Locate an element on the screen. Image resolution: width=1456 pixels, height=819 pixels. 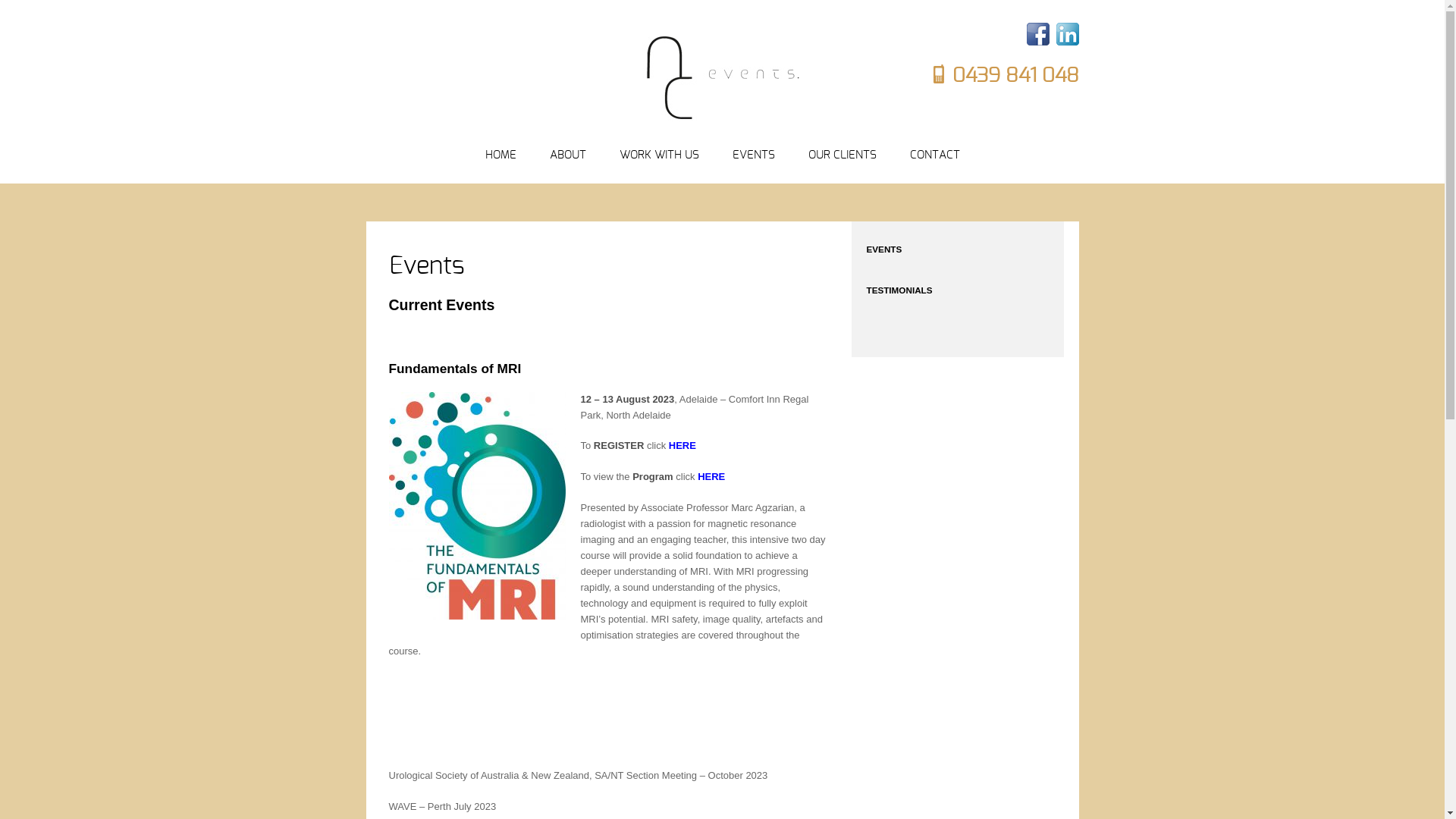
'HOME' is located at coordinates (484, 155).